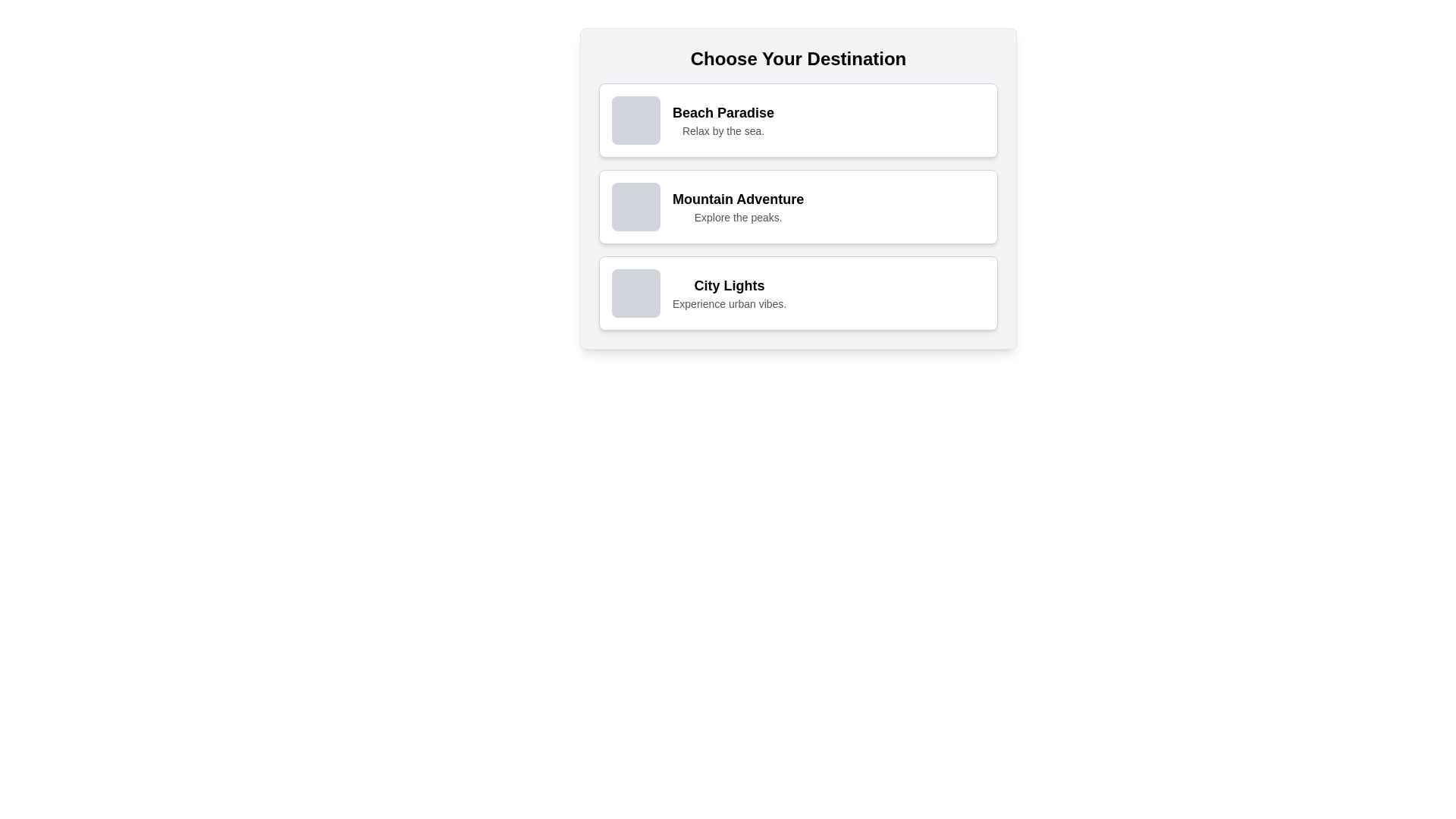 This screenshot has height=819, width=1456. Describe the element at coordinates (797, 58) in the screenshot. I see `the text label displaying 'Choose Your Destination', which is positioned at the top of the destination options list` at that location.